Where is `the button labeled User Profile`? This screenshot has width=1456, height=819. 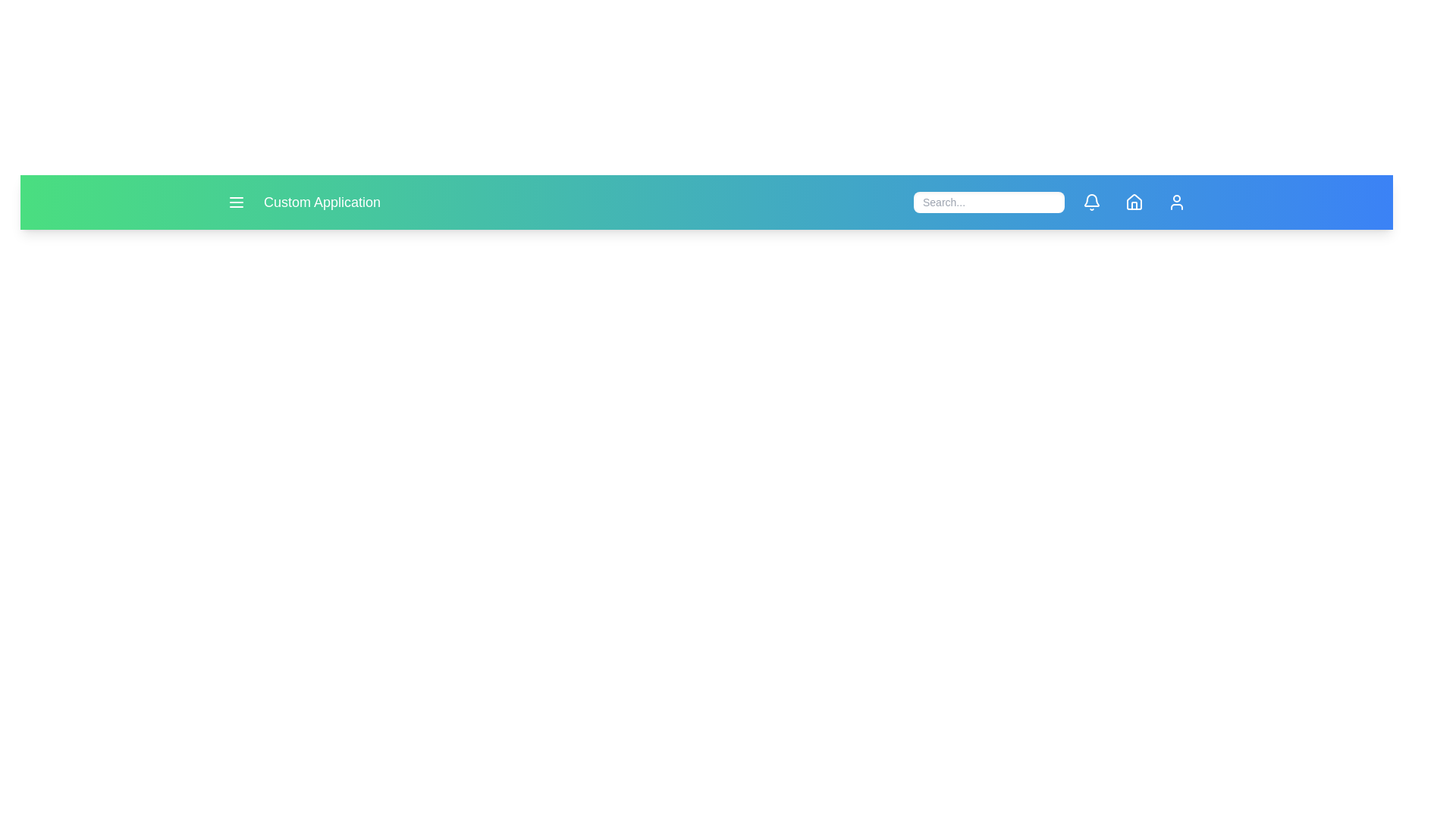
the button labeled User Profile is located at coordinates (1175, 201).